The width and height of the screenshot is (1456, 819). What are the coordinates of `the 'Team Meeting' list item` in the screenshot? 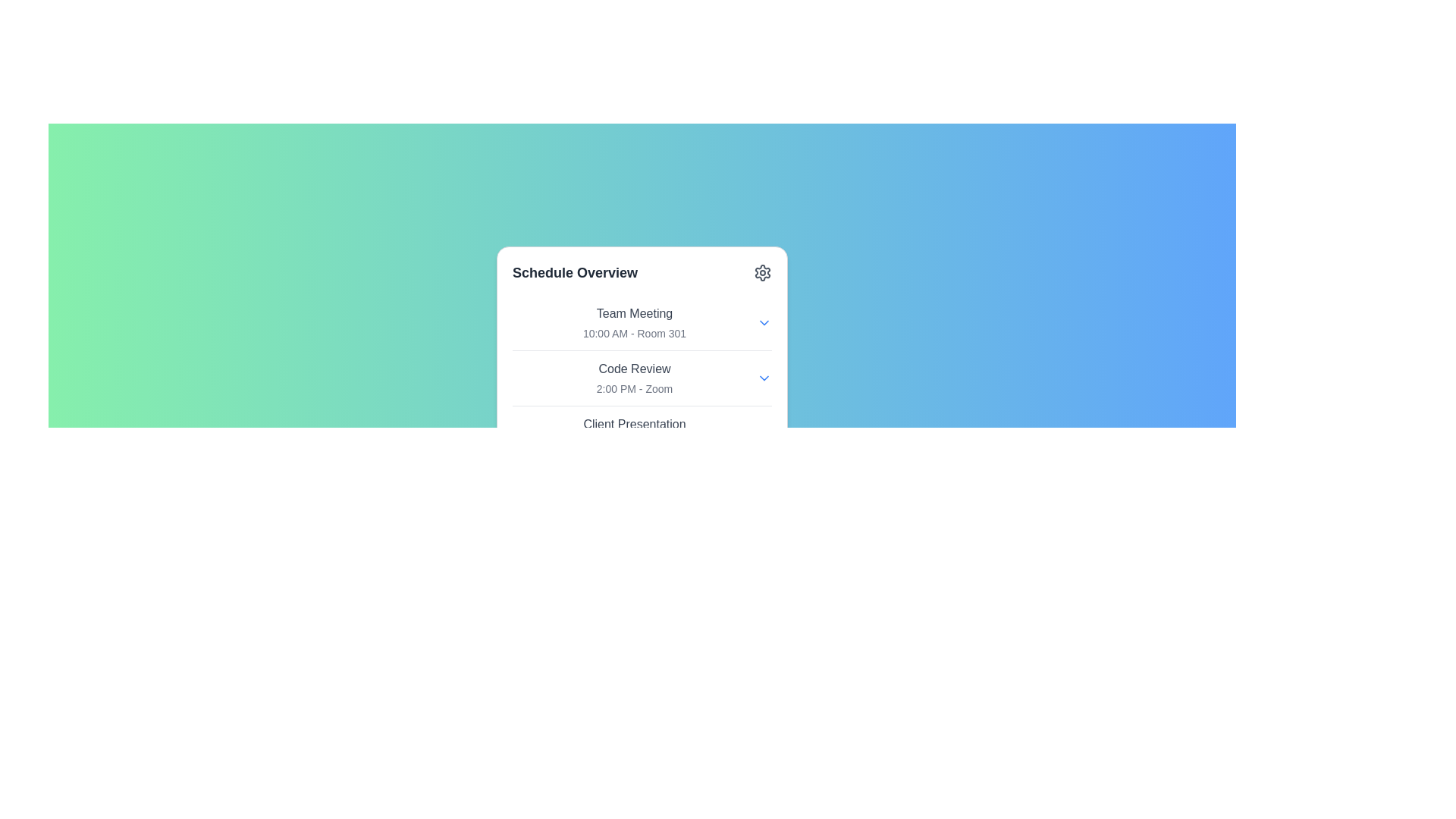 It's located at (642, 322).